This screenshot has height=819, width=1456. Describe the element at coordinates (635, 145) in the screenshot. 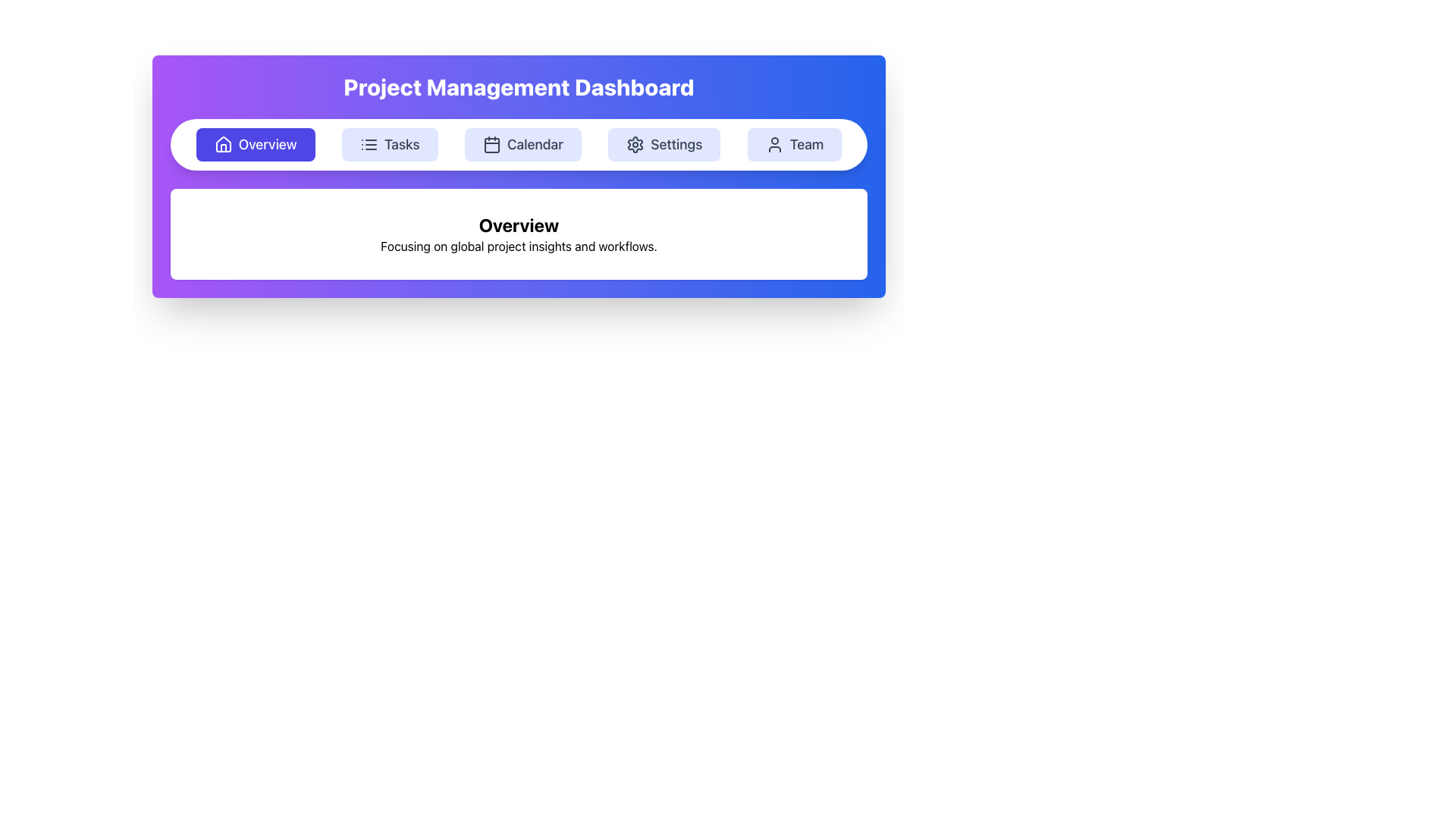

I see `the settings cogwheel icon button located in the navigation menu` at that location.